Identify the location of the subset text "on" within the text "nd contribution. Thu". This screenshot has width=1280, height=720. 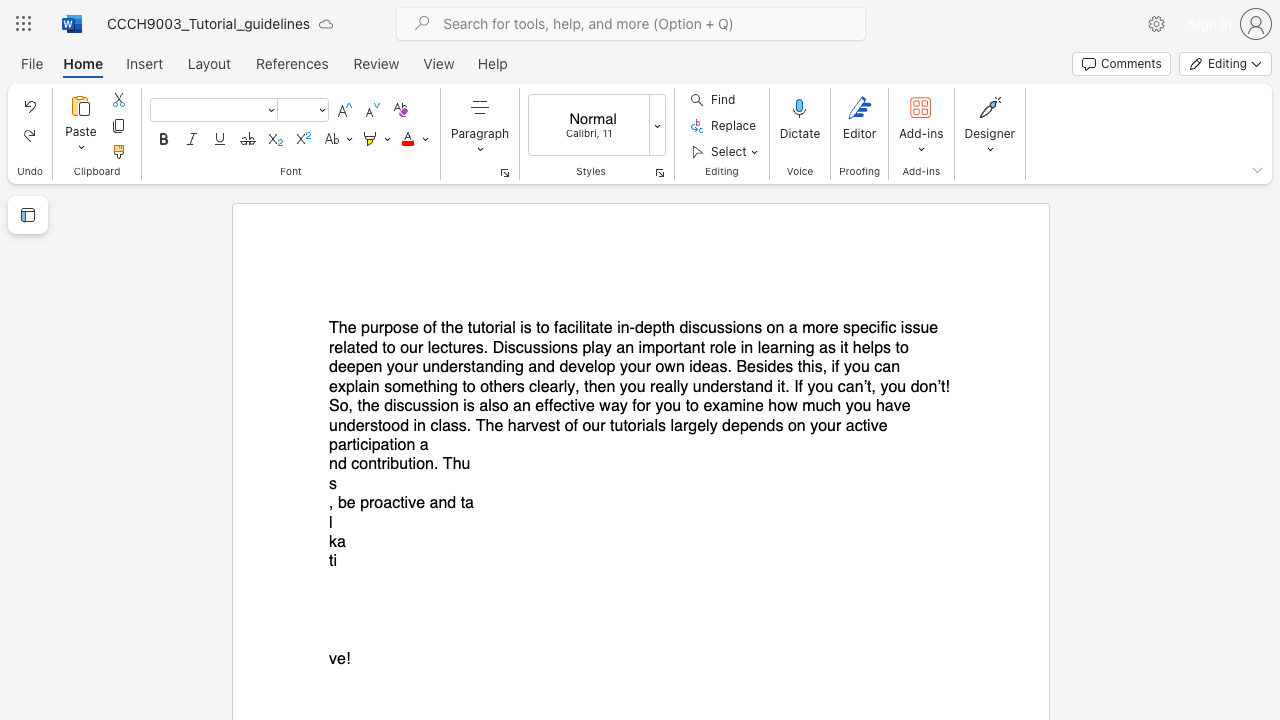
(359, 464).